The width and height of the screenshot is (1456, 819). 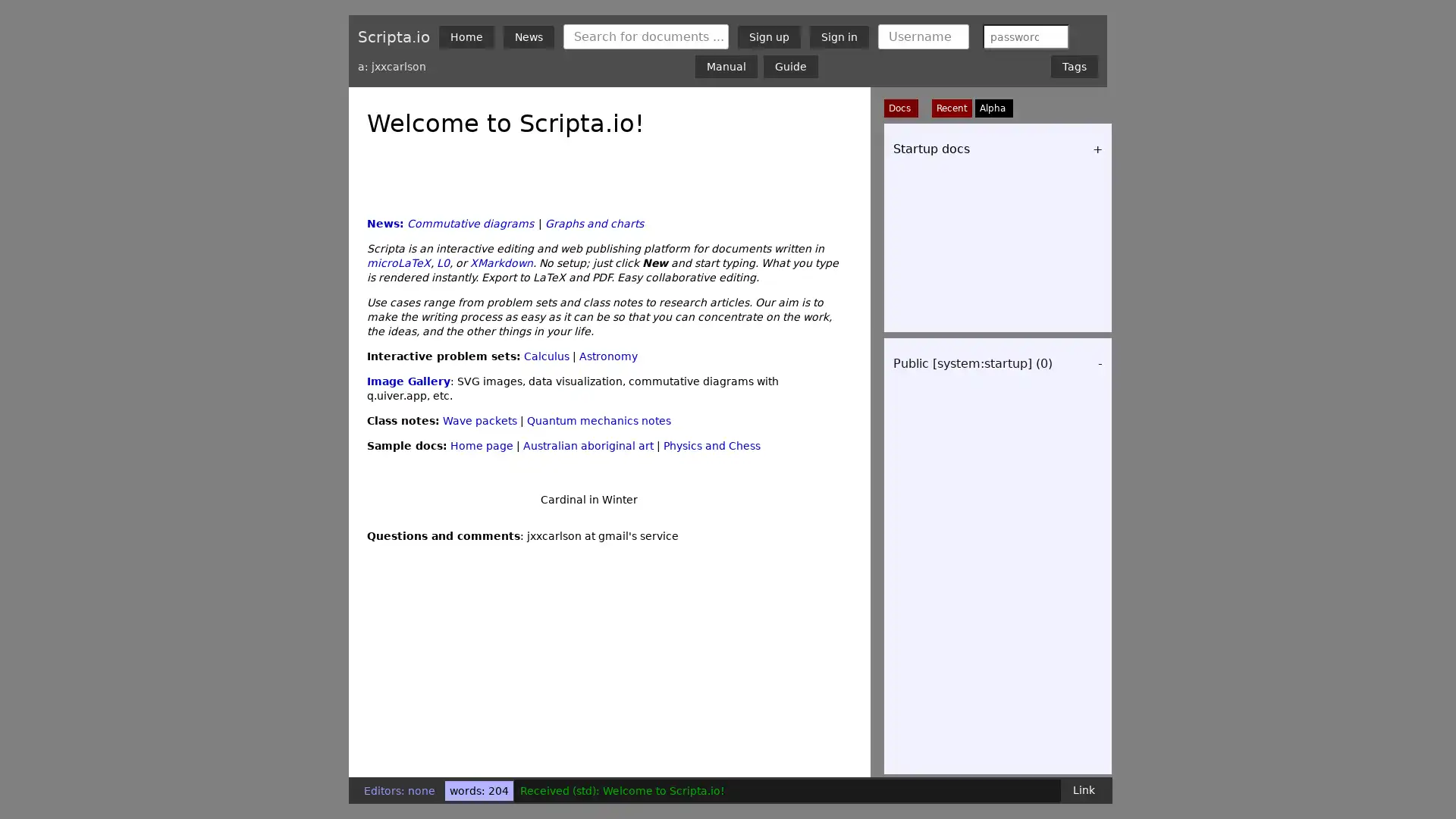 What do you see at coordinates (711, 563) in the screenshot?
I see `Physics and Chess` at bounding box center [711, 563].